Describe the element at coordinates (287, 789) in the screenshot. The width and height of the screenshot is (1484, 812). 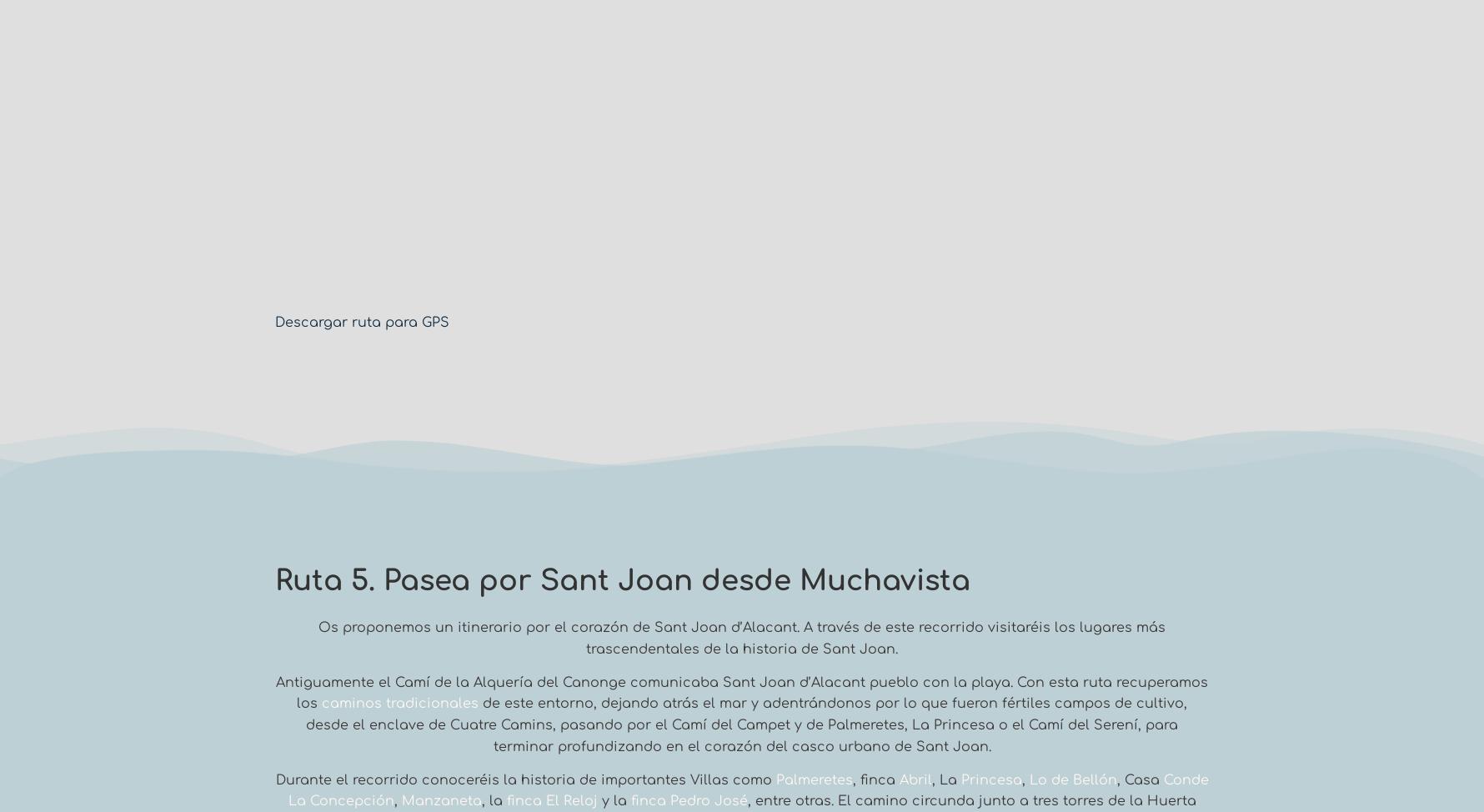
I see `'Conde La Concepción'` at that location.